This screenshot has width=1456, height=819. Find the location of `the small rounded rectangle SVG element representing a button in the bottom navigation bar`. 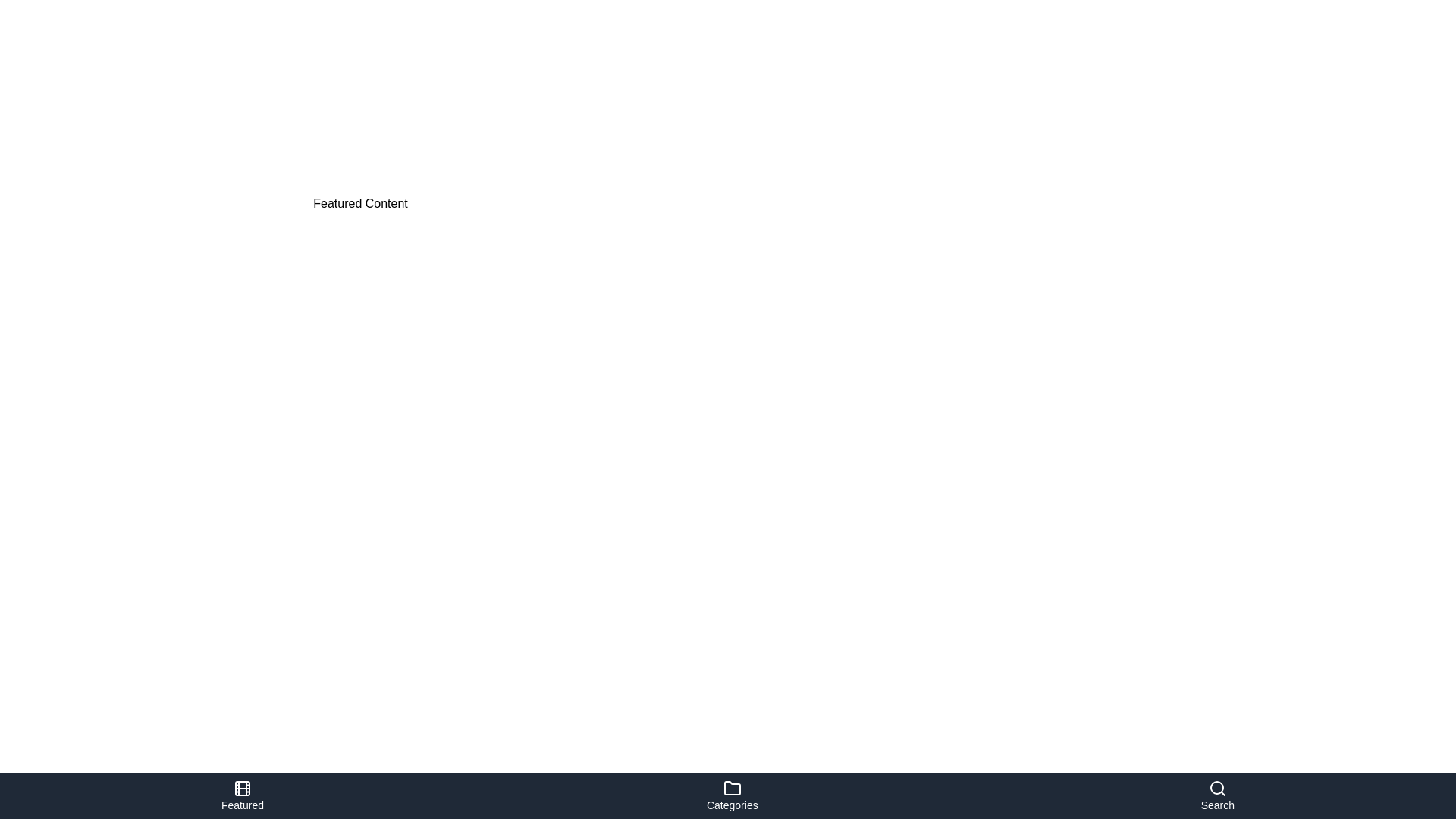

the small rounded rectangle SVG element representing a button in the bottom navigation bar is located at coordinates (243, 788).